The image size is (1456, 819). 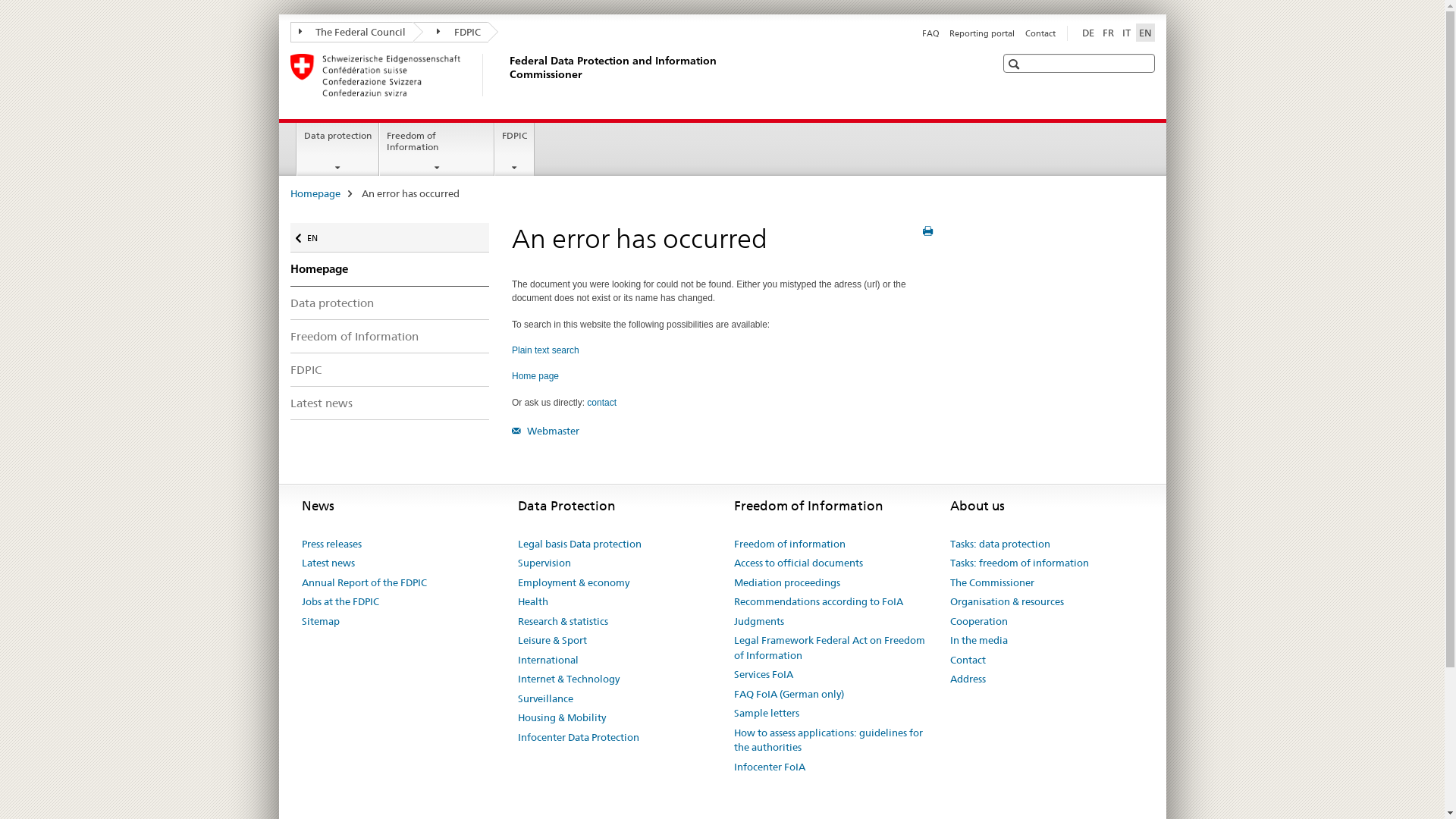 What do you see at coordinates (930, 33) in the screenshot?
I see `'FAQ'` at bounding box center [930, 33].